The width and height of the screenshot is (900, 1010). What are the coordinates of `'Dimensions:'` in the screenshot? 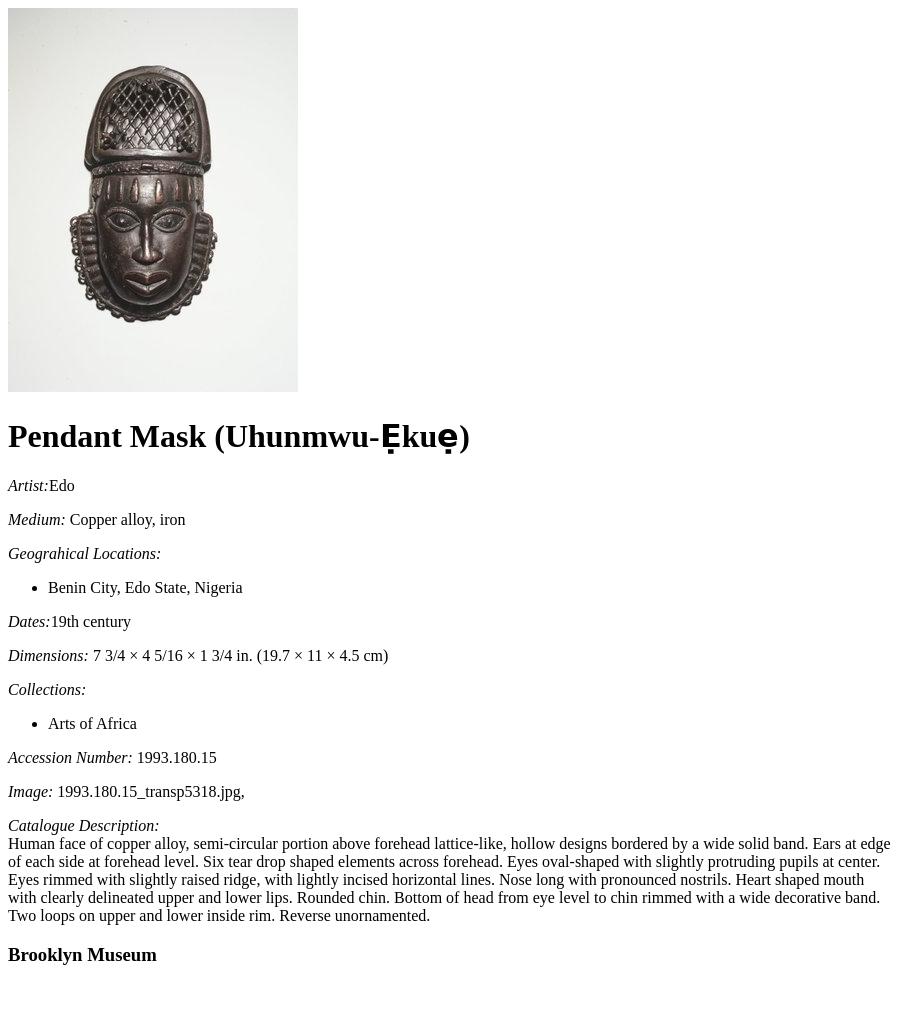 It's located at (46, 653).